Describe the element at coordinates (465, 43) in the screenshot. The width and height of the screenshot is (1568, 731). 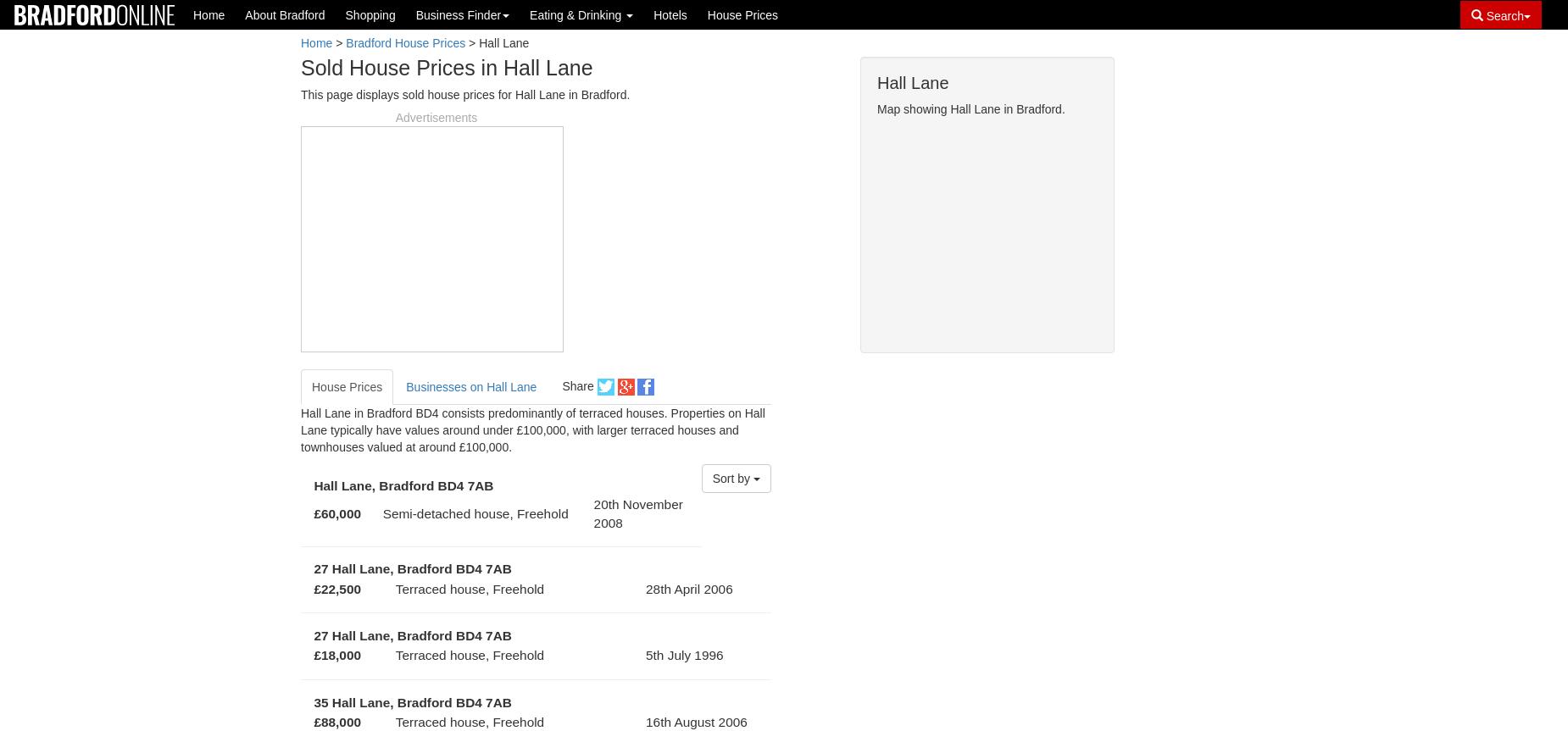
I see `'> Hall Lane'` at that location.